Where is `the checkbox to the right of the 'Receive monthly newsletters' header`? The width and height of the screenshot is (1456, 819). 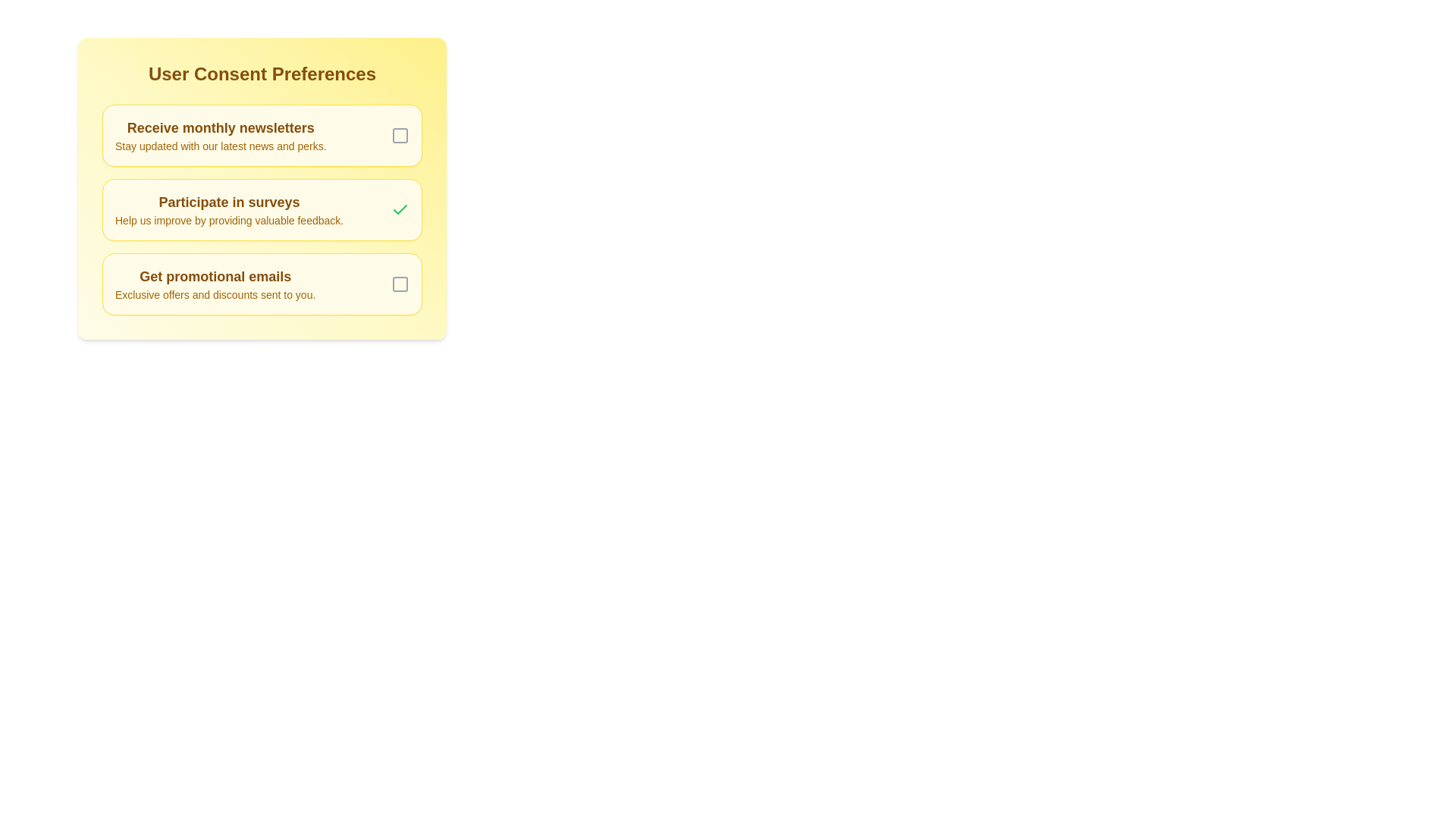 the checkbox to the right of the 'Receive monthly newsletters' header is located at coordinates (400, 134).